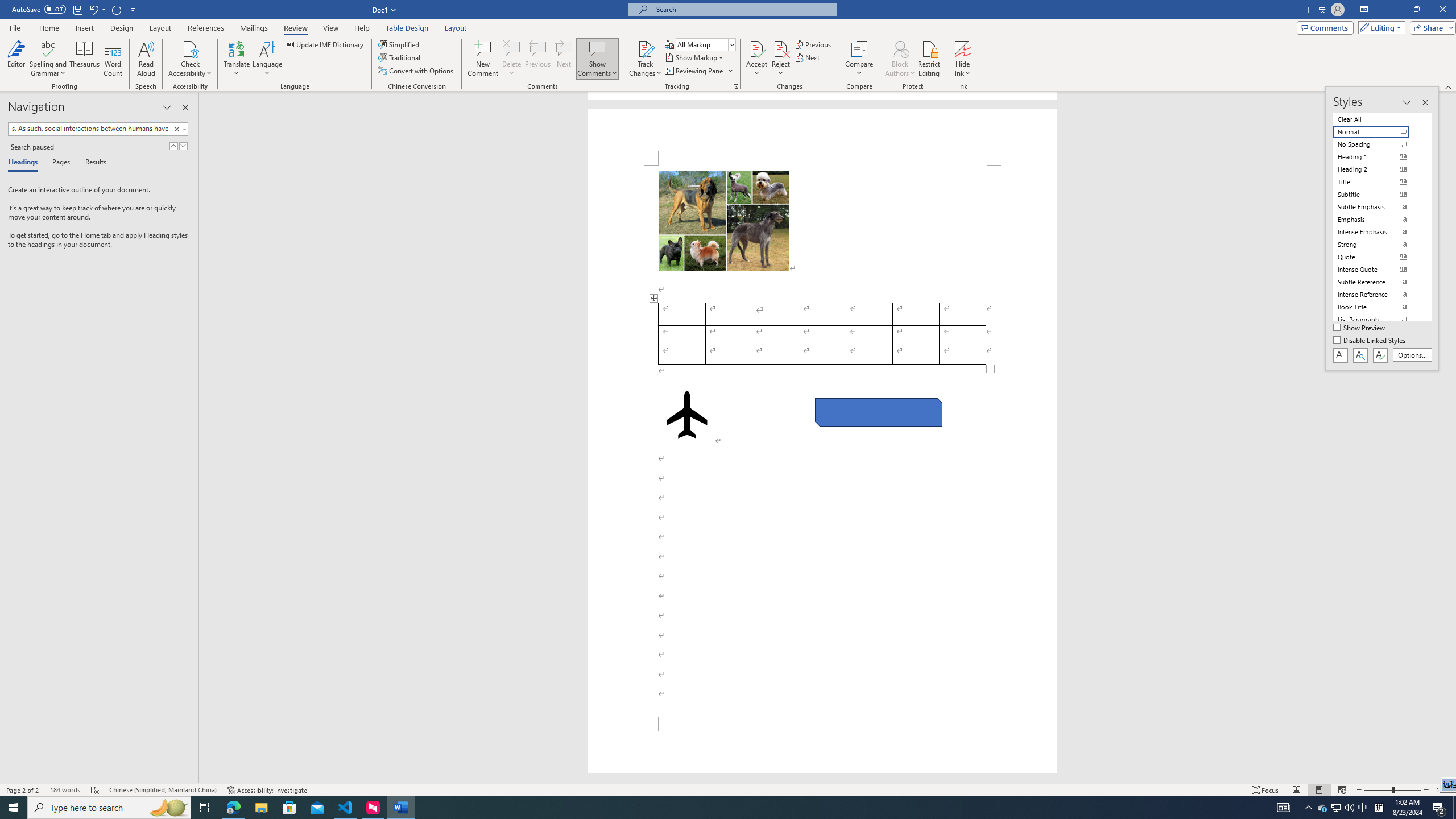  I want to click on 'Repeat Style', so click(117, 9).